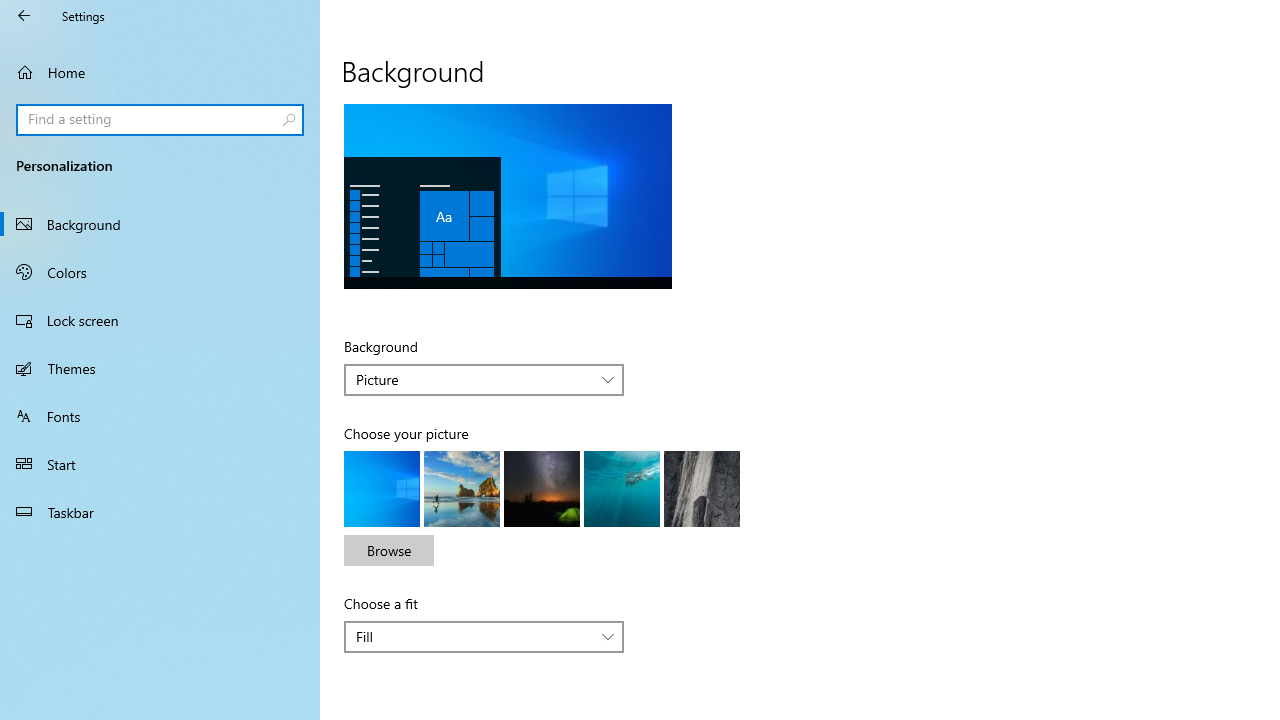  I want to click on 'Windows Spotlight Image', so click(702, 488).